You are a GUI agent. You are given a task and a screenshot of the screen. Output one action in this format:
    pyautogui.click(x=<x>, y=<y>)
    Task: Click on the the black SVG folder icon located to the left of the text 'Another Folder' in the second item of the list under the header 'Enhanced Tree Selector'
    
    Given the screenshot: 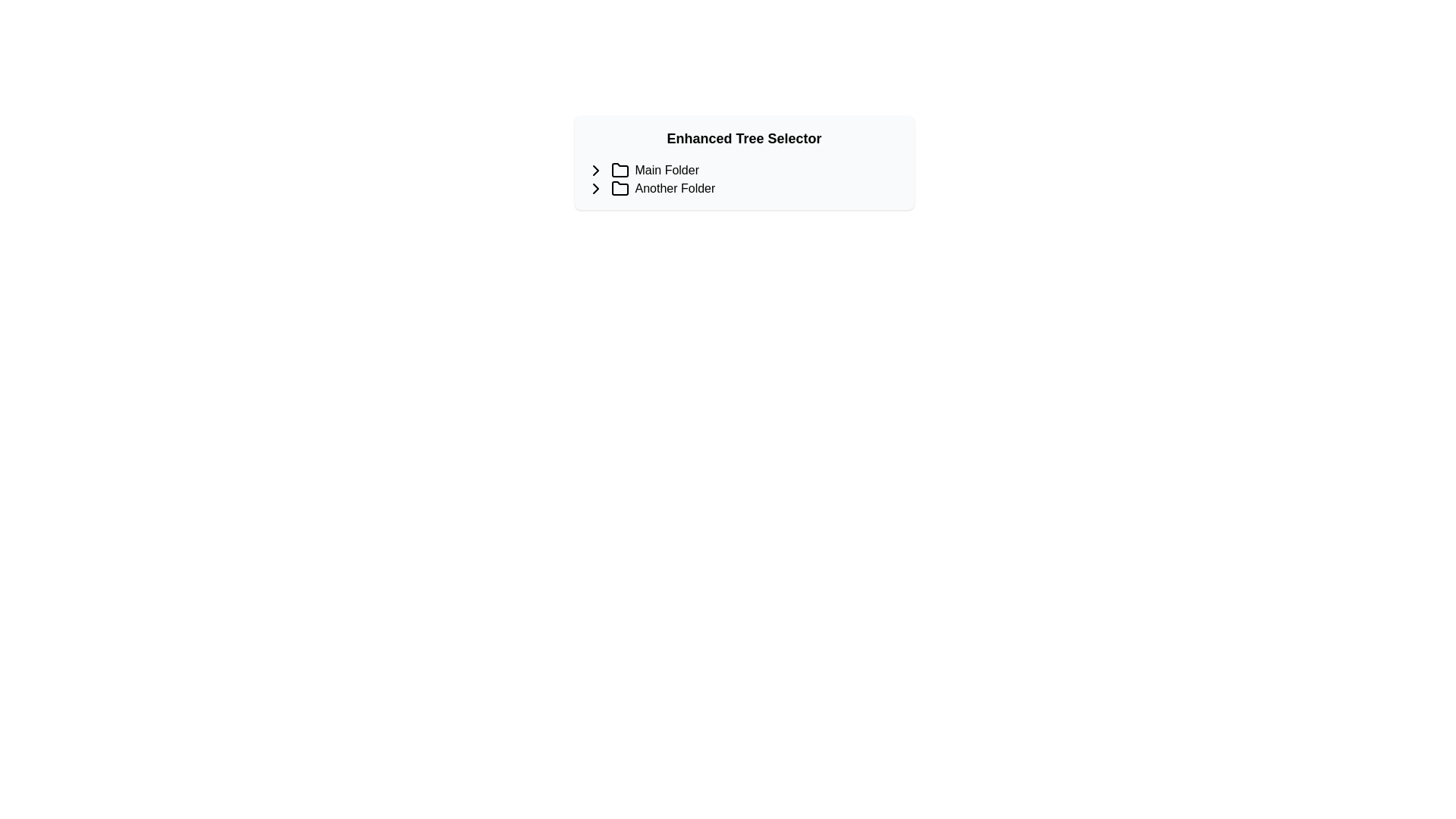 What is the action you would take?
    pyautogui.click(x=620, y=188)
    